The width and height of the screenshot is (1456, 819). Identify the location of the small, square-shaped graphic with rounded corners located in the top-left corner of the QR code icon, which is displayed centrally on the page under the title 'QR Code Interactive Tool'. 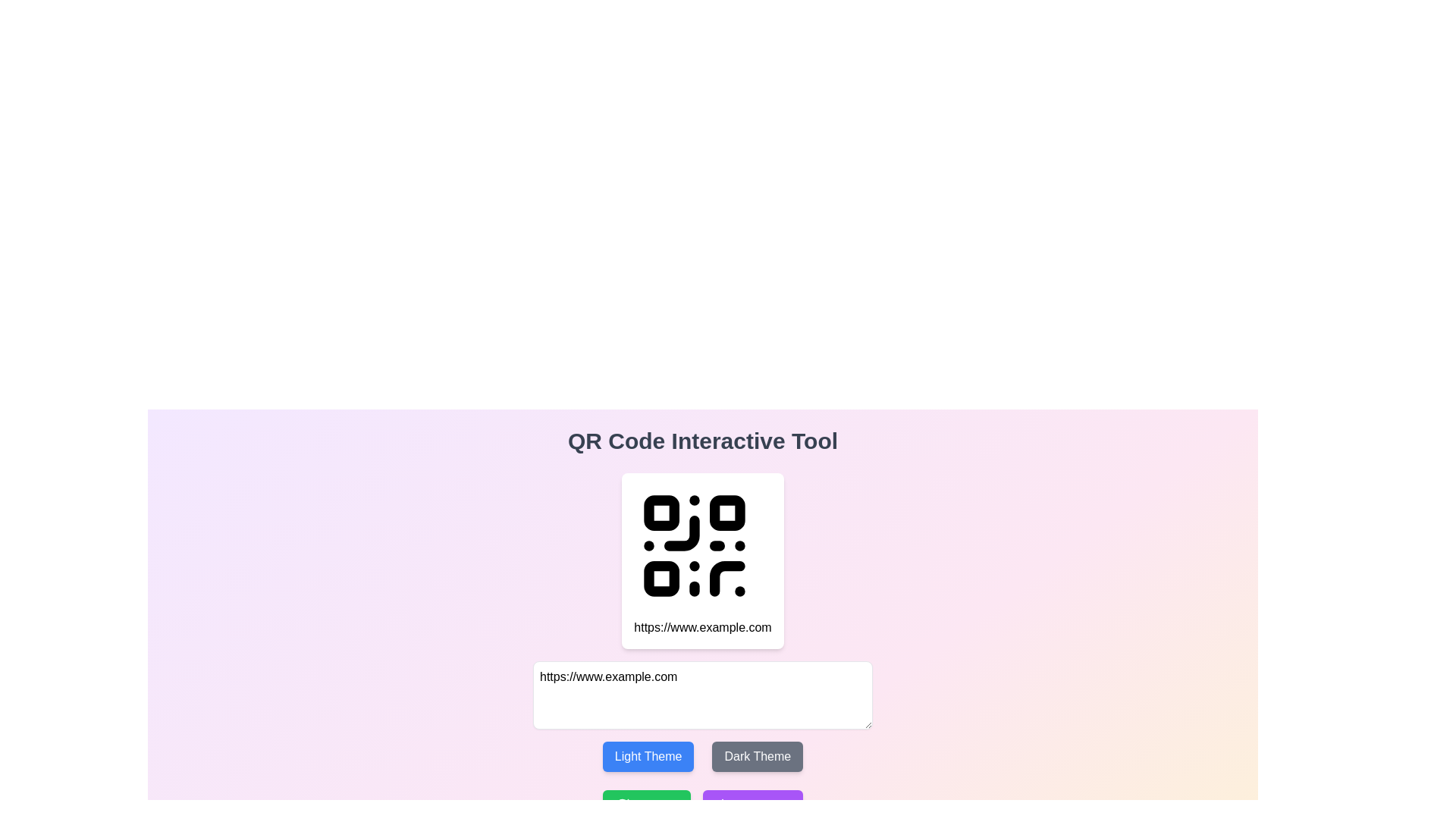
(662, 512).